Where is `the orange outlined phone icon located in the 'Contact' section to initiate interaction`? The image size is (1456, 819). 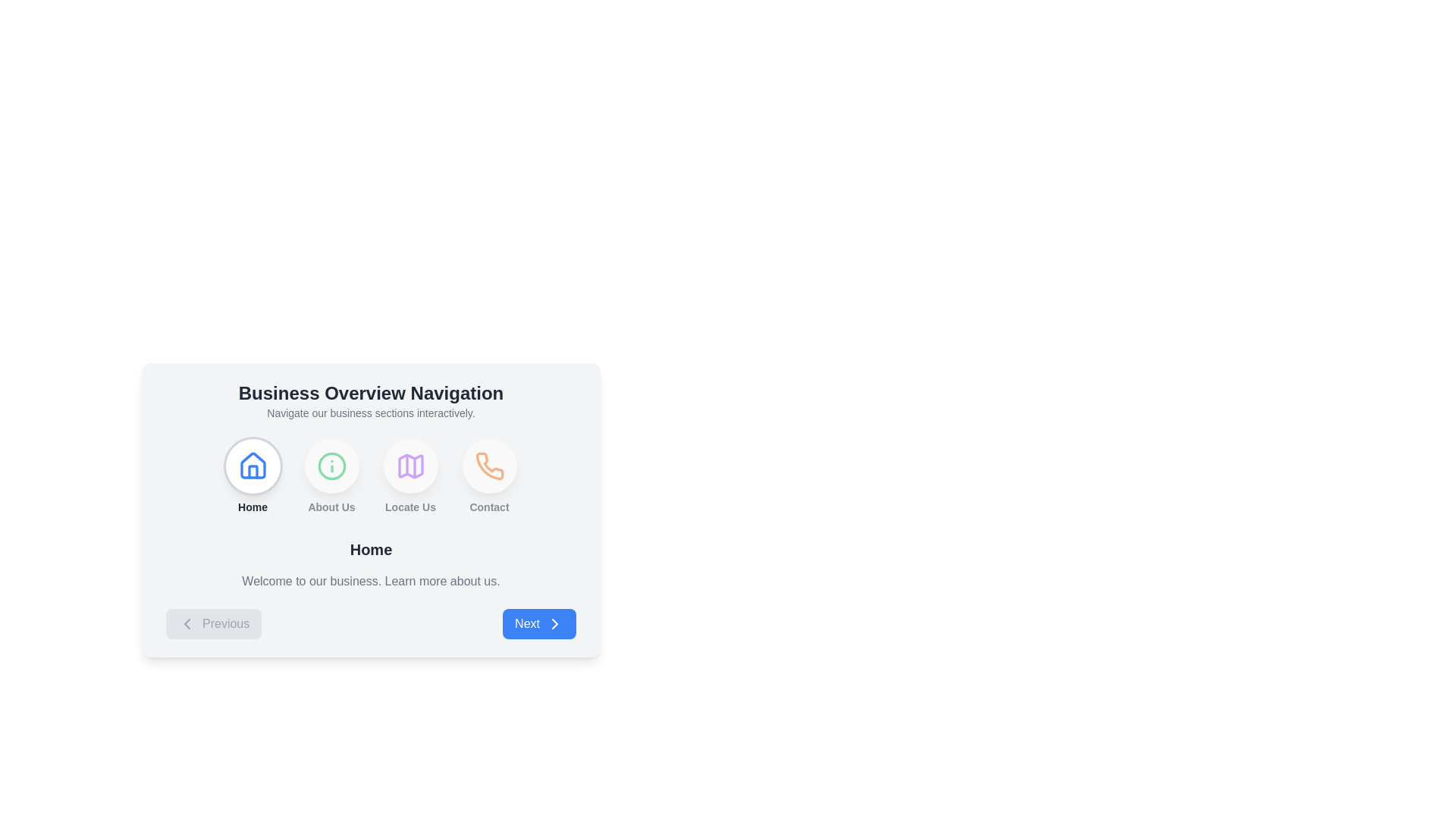 the orange outlined phone icon located in the 'Contact' section to initiate interaction is located at coordinates (489, 465).